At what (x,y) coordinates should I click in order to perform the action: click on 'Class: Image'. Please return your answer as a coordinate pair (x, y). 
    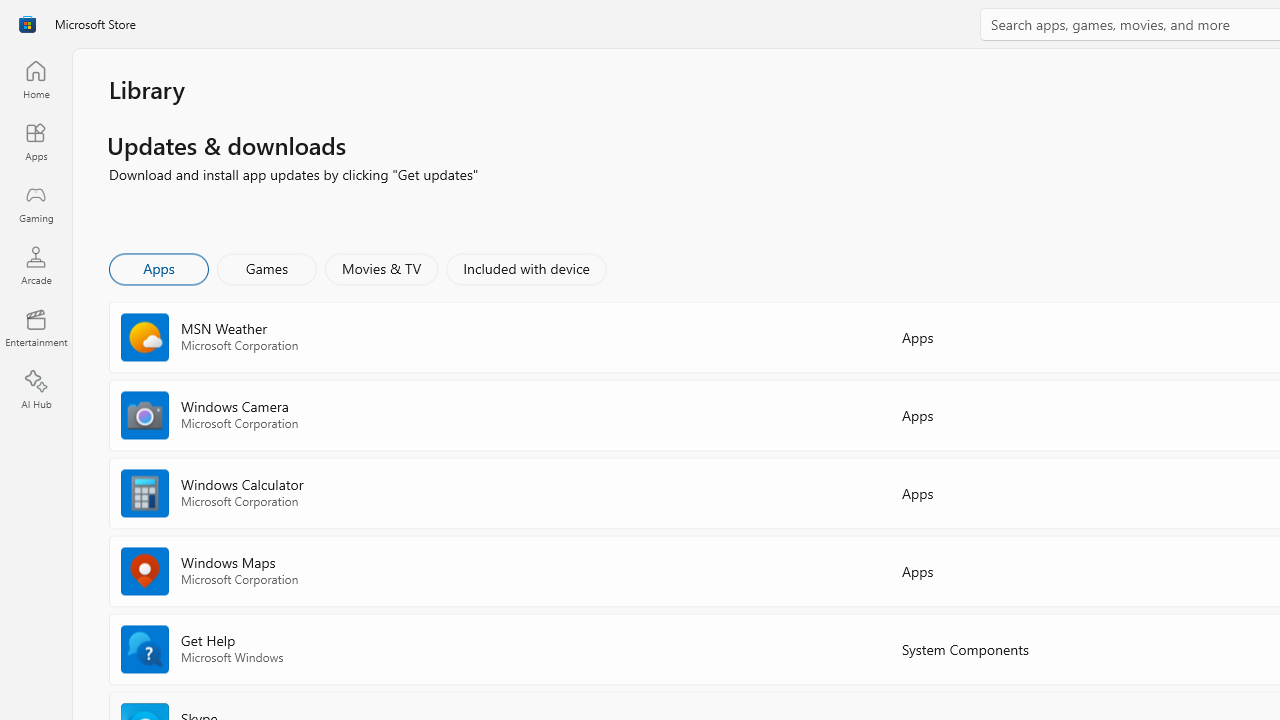
    Looking at the image, I should click on (27, 24).